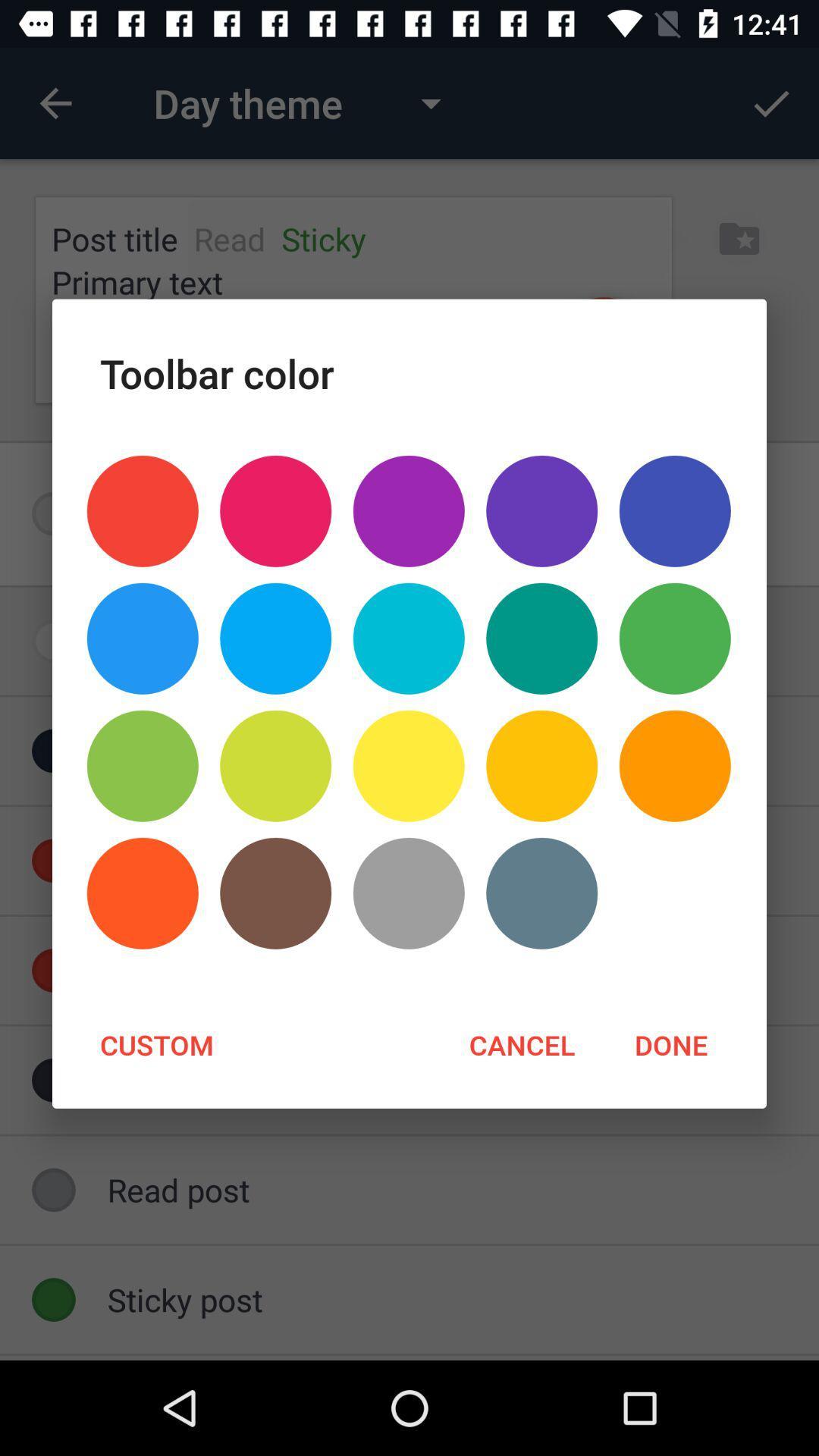 The width and height of the screenshot is (819, 1456). What do you see at coordinates (670, 1043) in the screenshot?
I see `the item to the right of the cancel icon` at bounding box center [670, 1043].